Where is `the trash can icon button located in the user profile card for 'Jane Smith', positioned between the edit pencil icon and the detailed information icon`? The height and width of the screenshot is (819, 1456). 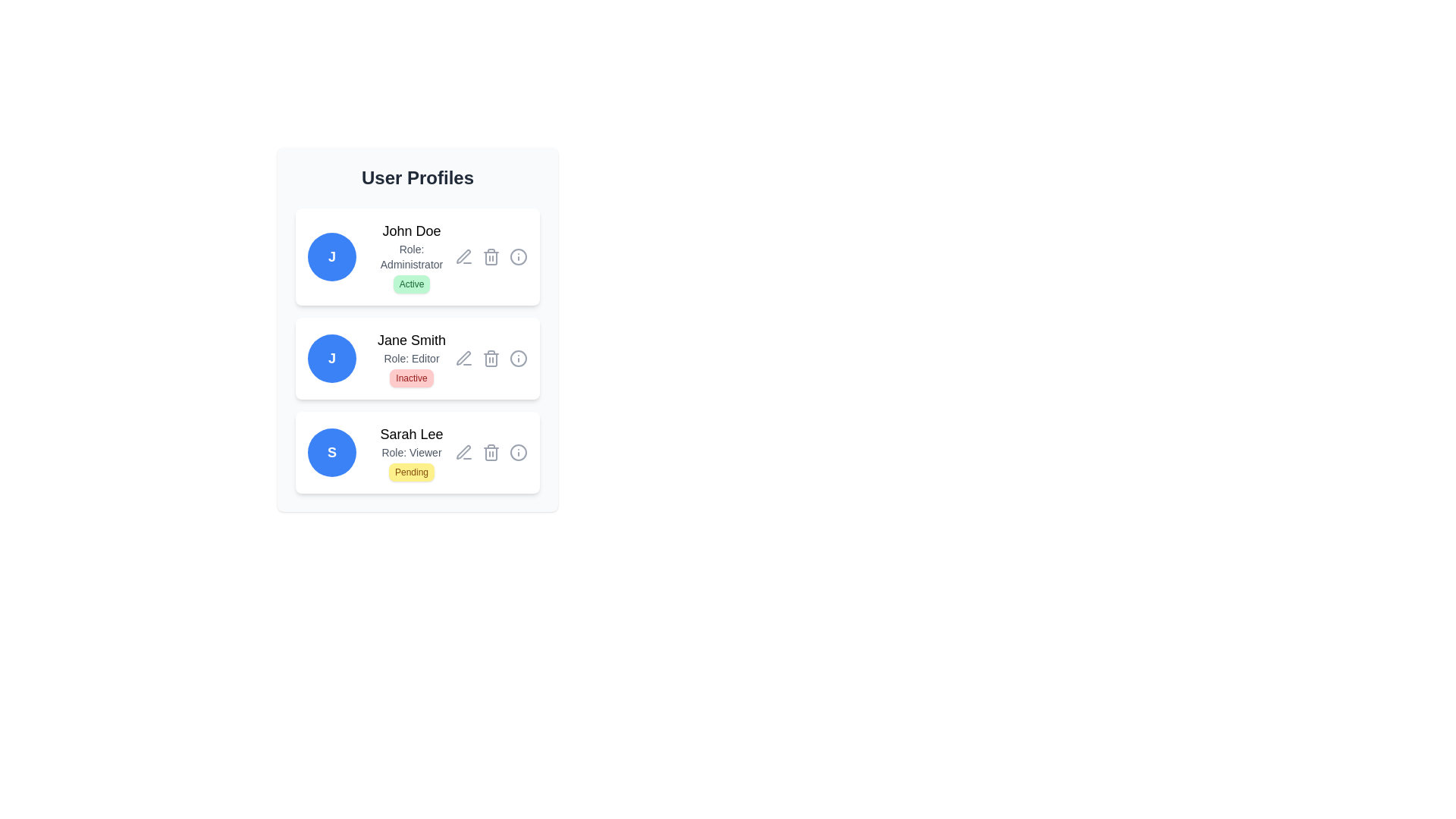
the trash can icon button located in the user profile card for 'Jane Smith', positioned between the edit pencil icon and the detailed information icon is located at coordinates (491, 359).